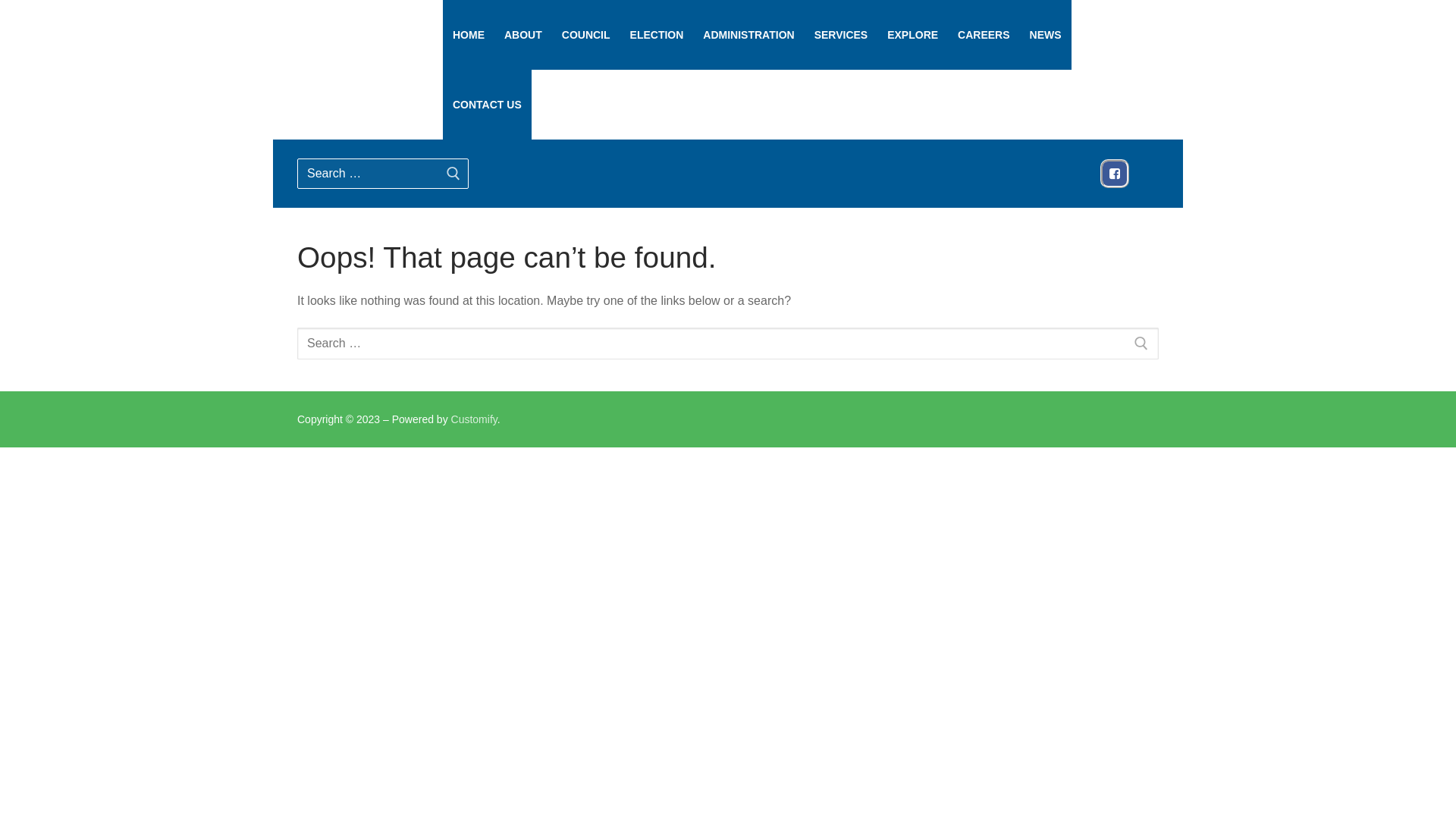 The height and width of the screenshot is (819, 1456). Describe the element at coordinates (585, 34) in the screenshot. I see `'COUNCIL'` at that location.